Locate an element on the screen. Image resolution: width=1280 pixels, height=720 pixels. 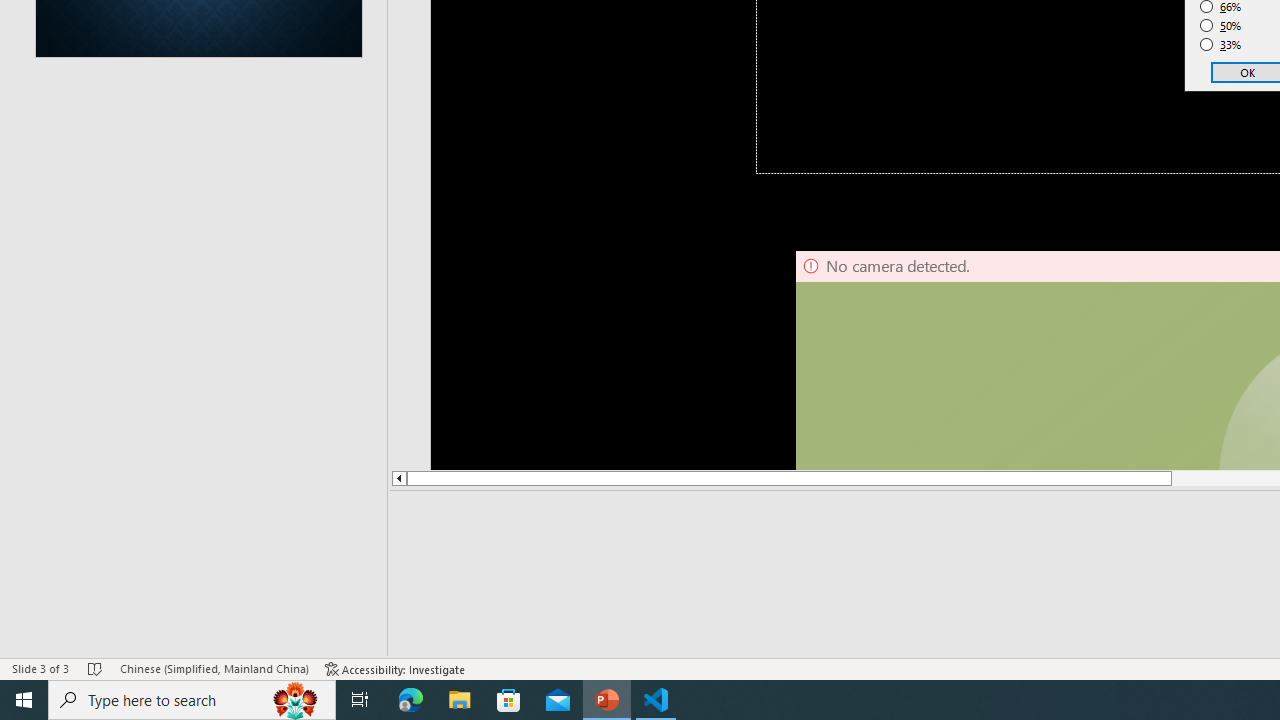
'Type here to search' is located at coordinates (192, 698).